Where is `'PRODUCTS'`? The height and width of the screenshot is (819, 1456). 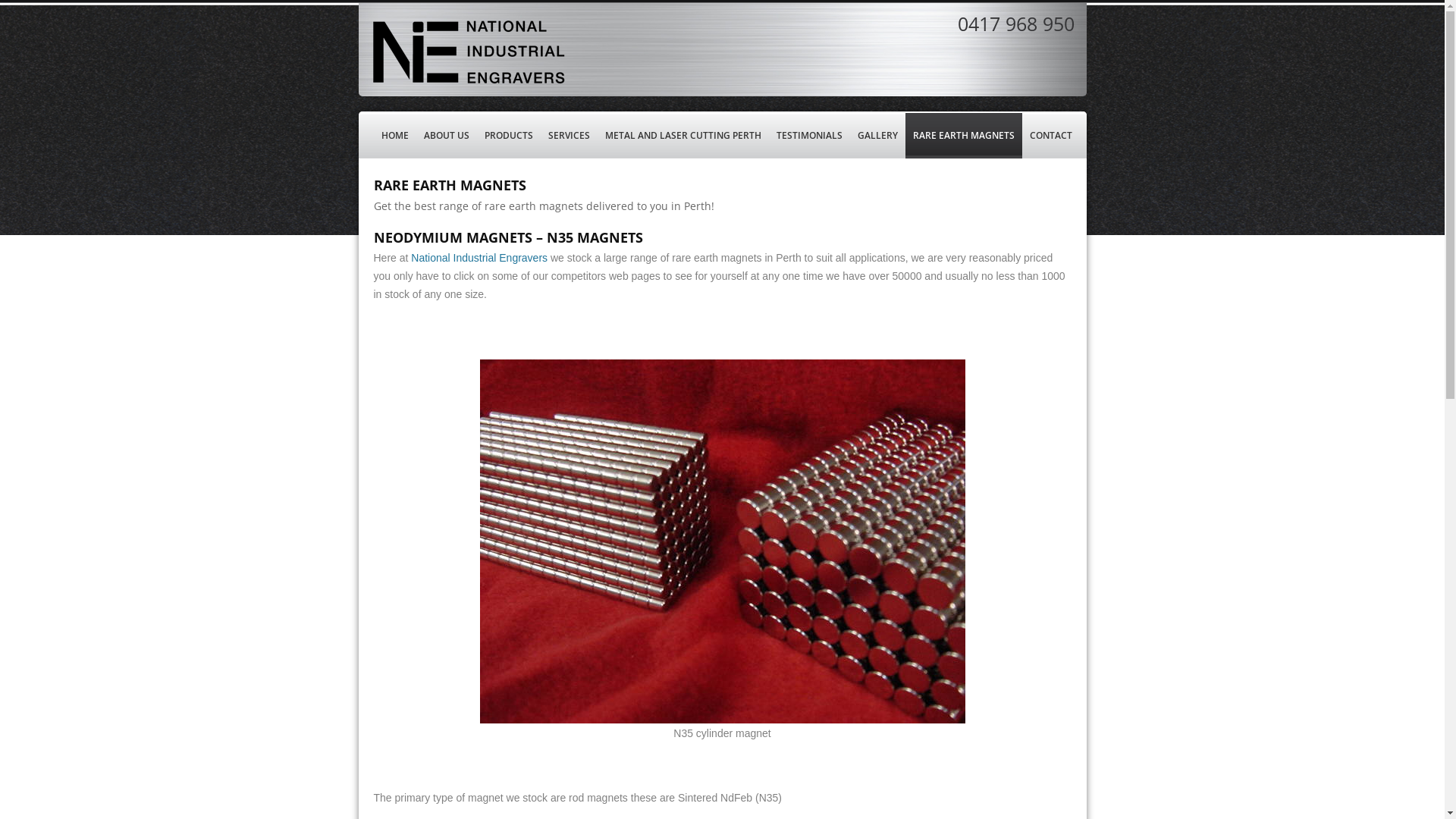 'PRODUCTS' is located at coordinates (508, 134).